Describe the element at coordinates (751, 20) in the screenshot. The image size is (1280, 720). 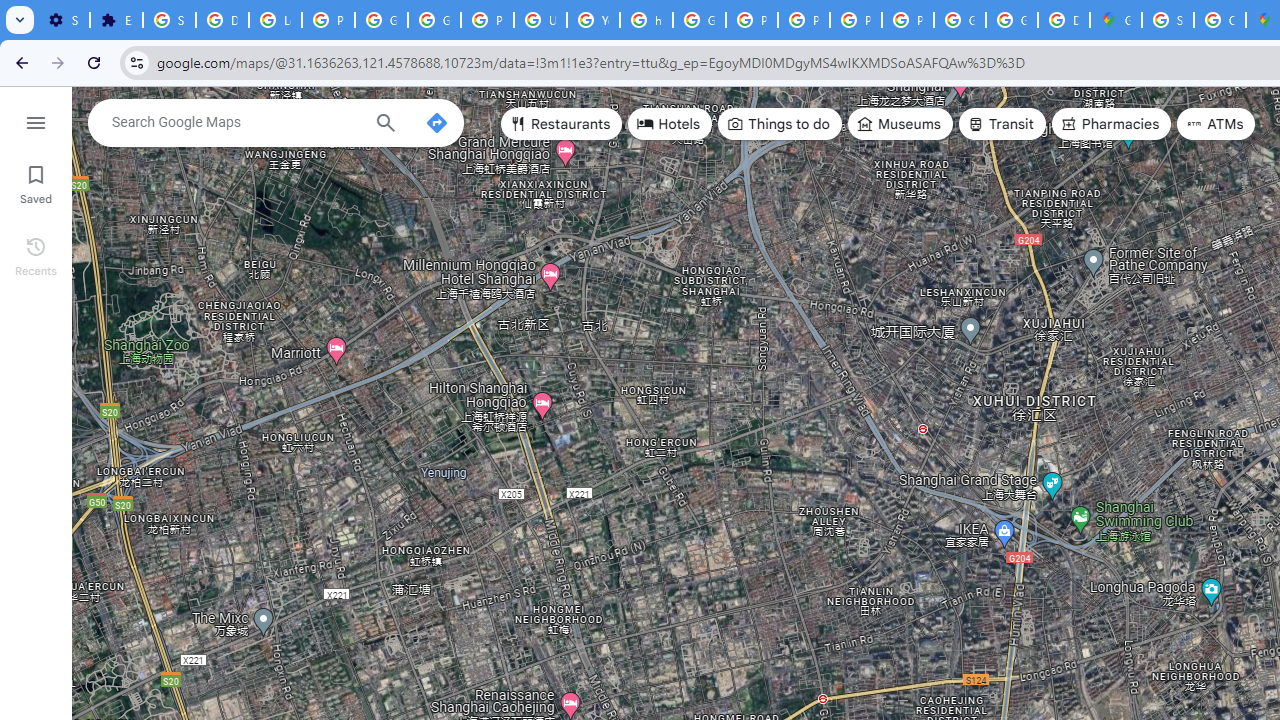
I see `'Privacy Help Center - Policies Help'` at that location.